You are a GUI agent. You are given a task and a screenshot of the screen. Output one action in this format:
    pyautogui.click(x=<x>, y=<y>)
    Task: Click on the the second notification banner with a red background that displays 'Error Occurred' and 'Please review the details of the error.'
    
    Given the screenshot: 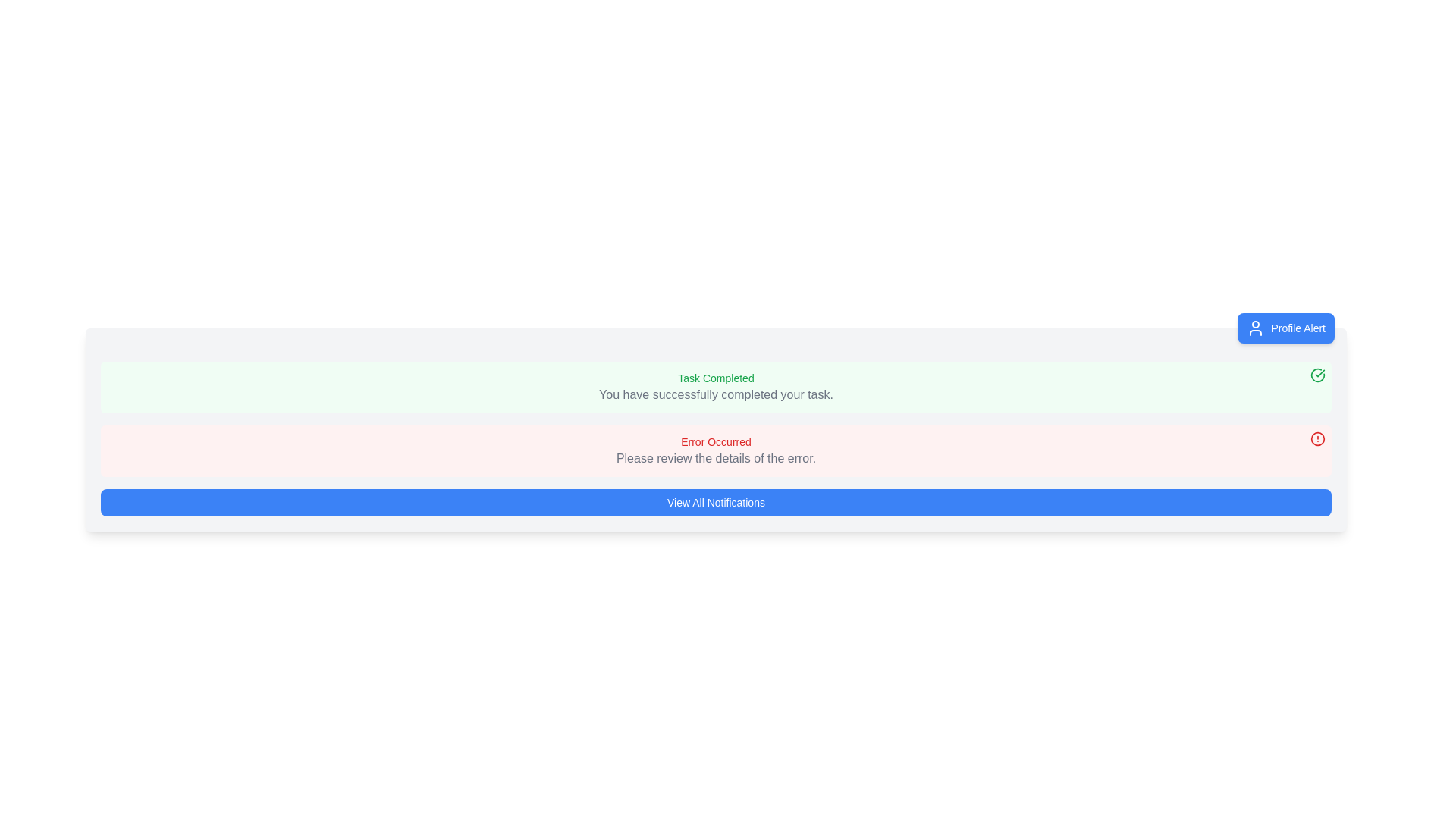 What is the action you would take?
    pyautogui.click(x=715, y=450)
    